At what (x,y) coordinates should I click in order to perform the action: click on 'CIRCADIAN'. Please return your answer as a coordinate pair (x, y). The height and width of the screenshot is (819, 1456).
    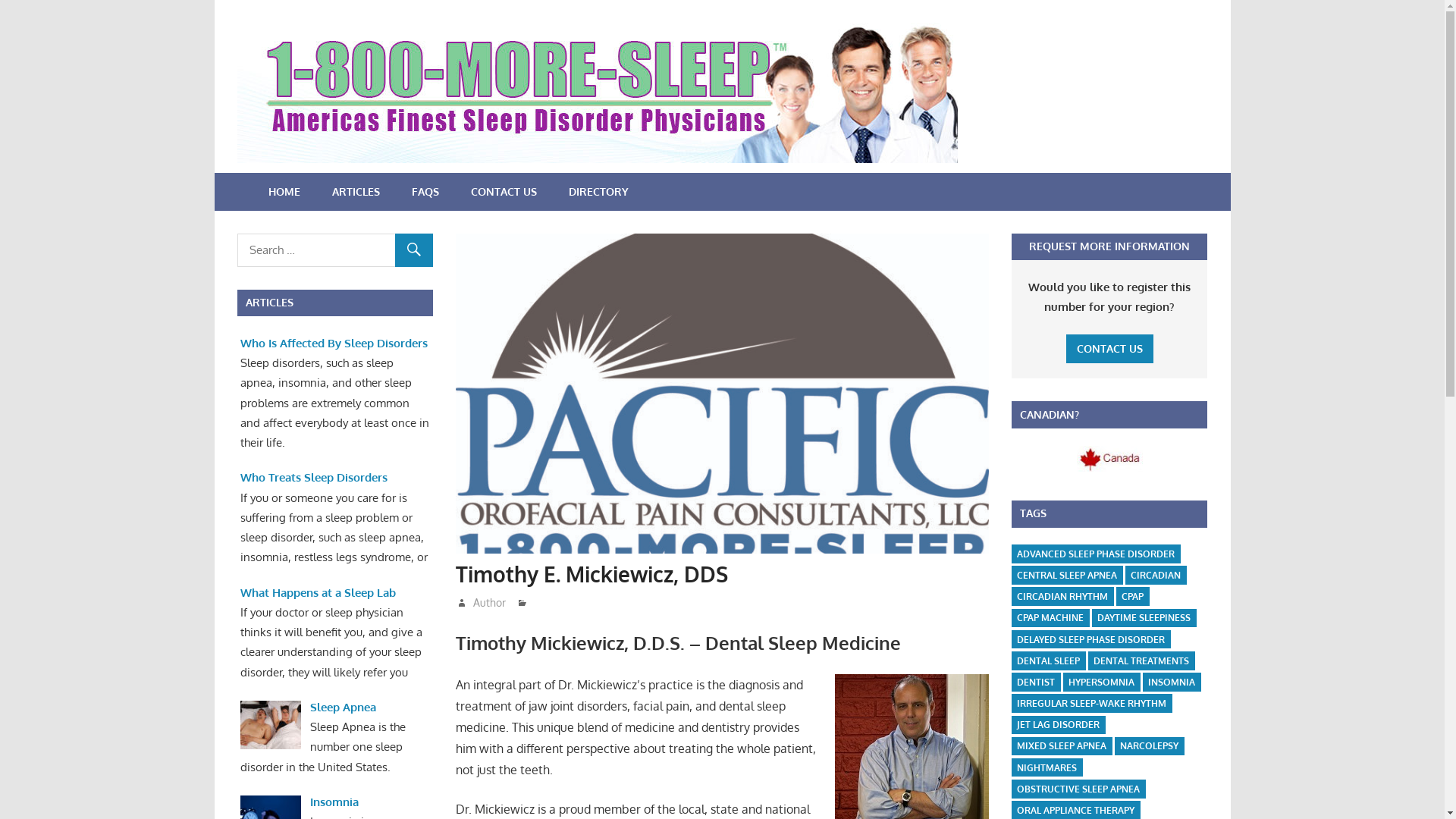
    Looking at the image, I should click on (1154, 575).